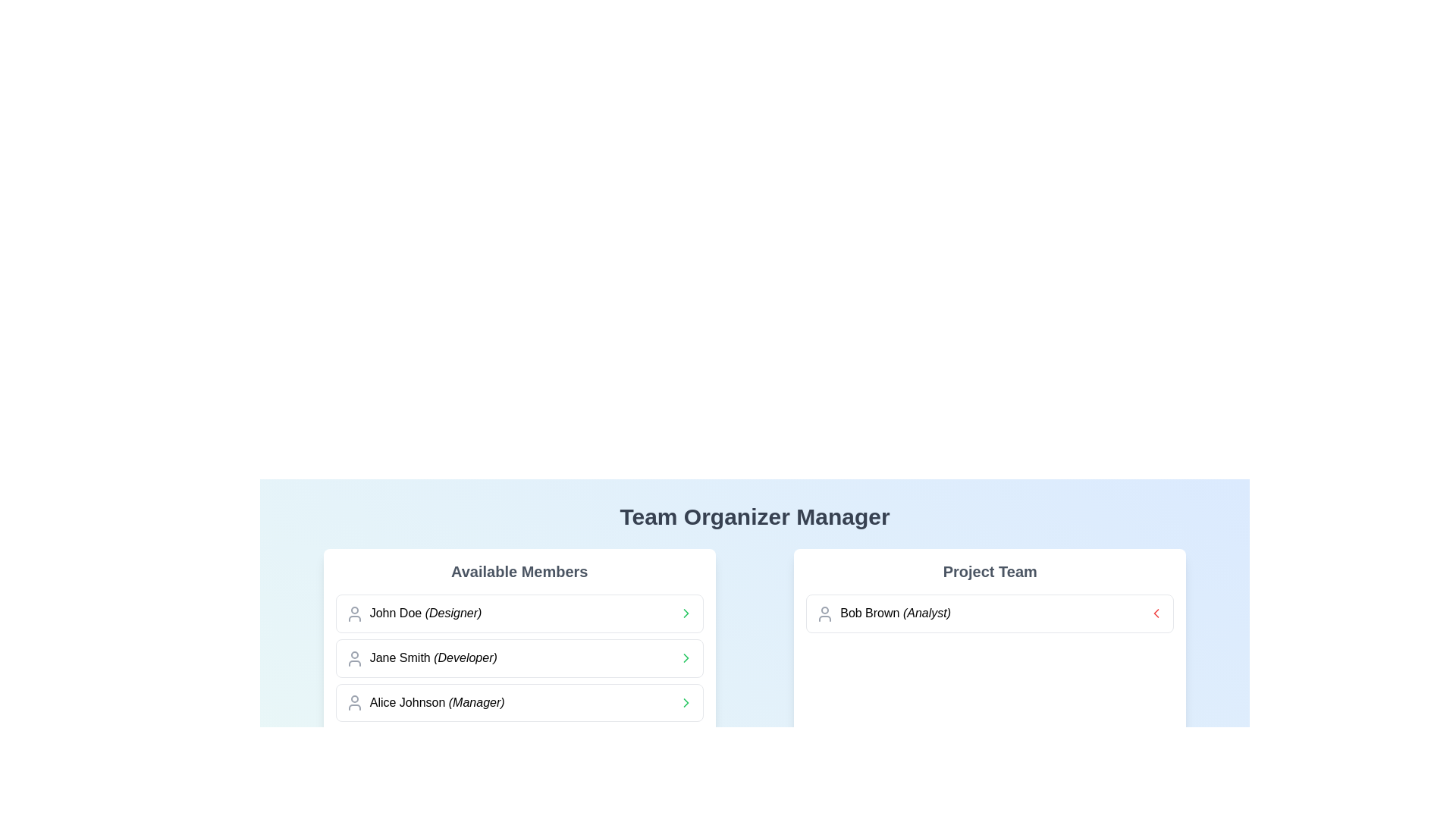 The image size is (1456, 819). Describe the element at coordinates (519, 613) in the screenshot. I see `the list item entry for 'John Doe', labeled as 'Designer'` at that location.